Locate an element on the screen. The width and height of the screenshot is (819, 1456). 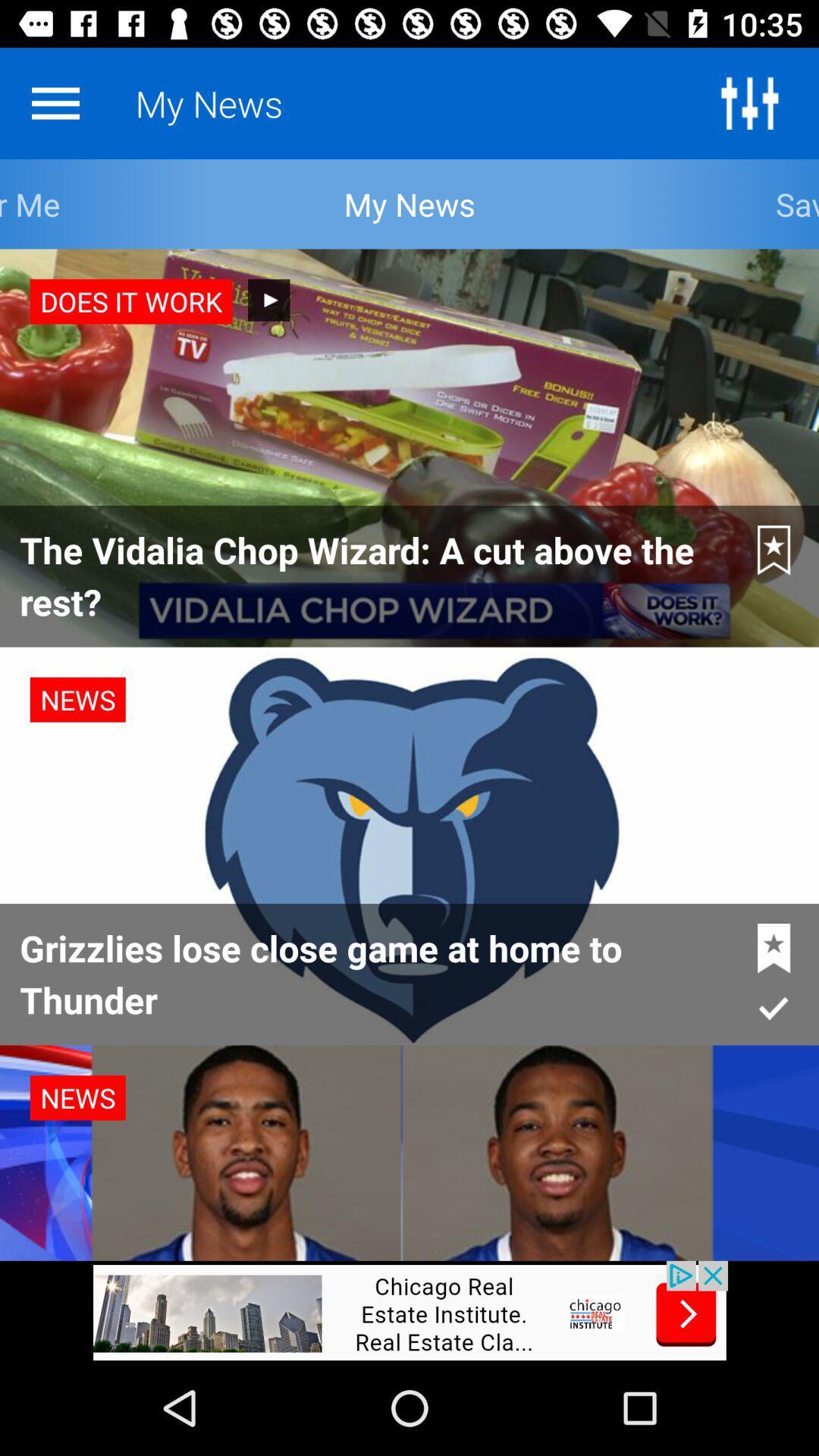
settings option is located at coordinates (748, 102).